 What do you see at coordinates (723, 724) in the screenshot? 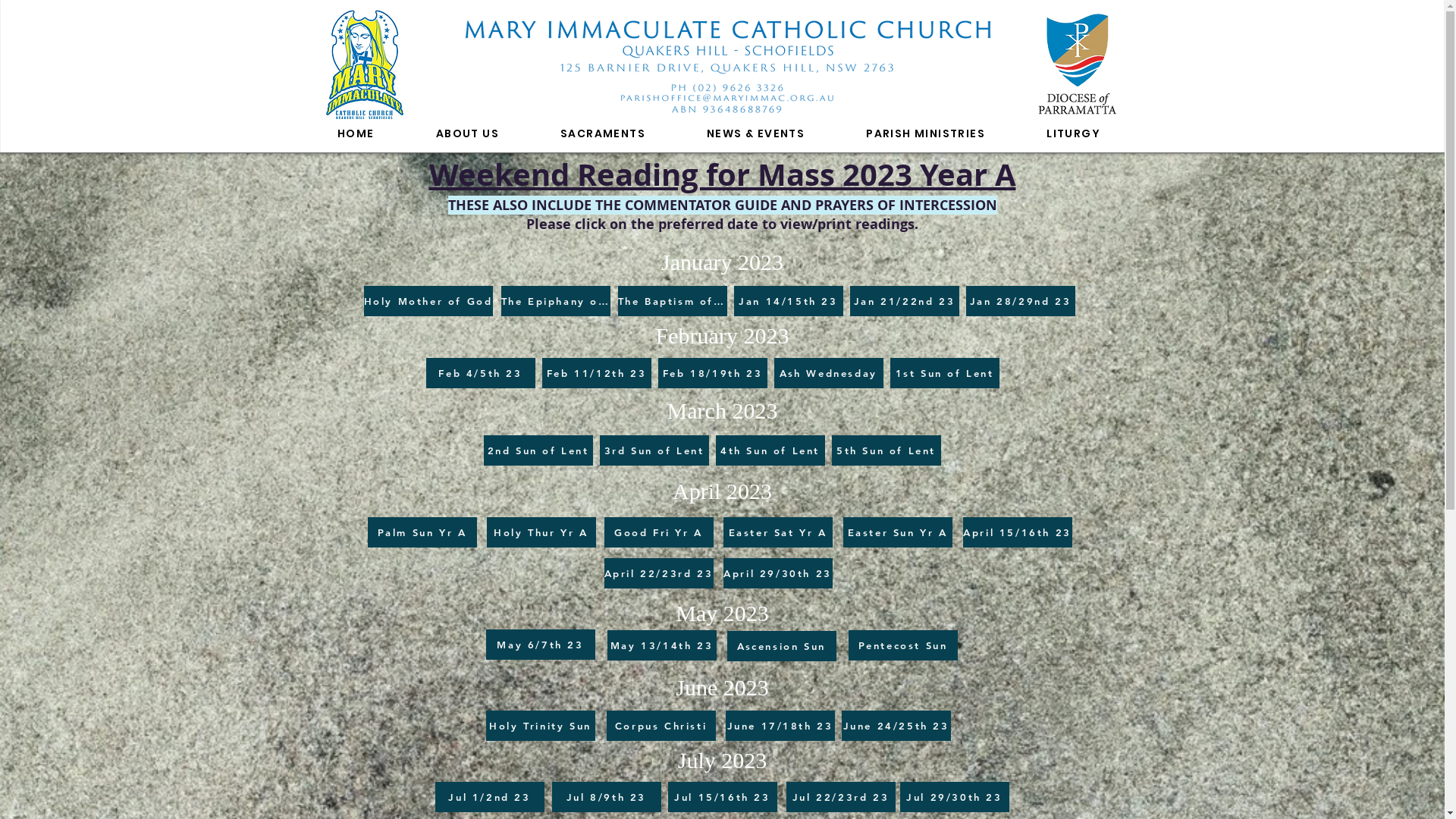
I see `'June 17/18th 23'` at bounding box center [723, 724].